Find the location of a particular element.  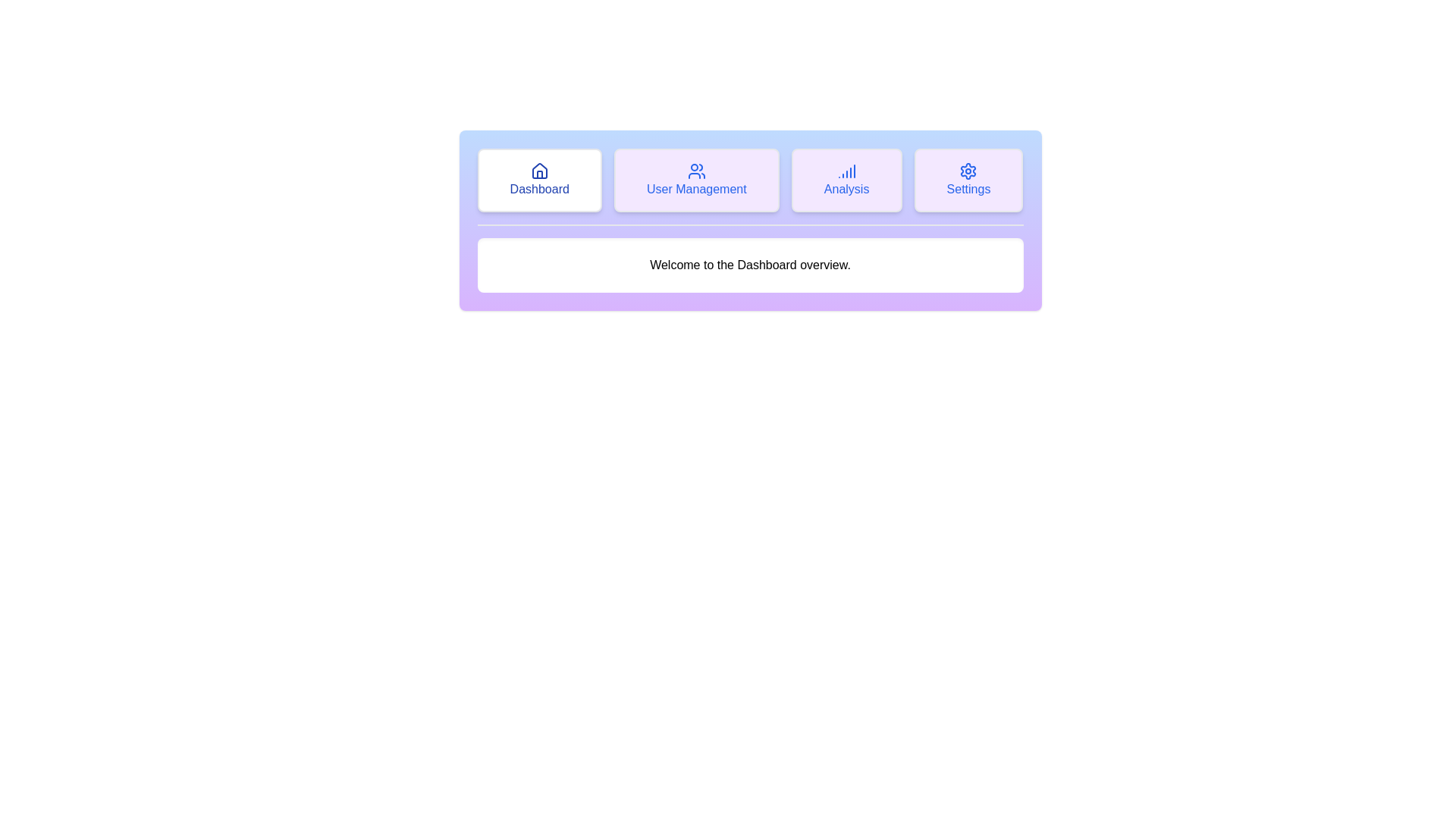

static text label displaying 'Welcome to the Dashboard overview.' which is centered within a white rounded rectangle is located at coordinates (750, 265).